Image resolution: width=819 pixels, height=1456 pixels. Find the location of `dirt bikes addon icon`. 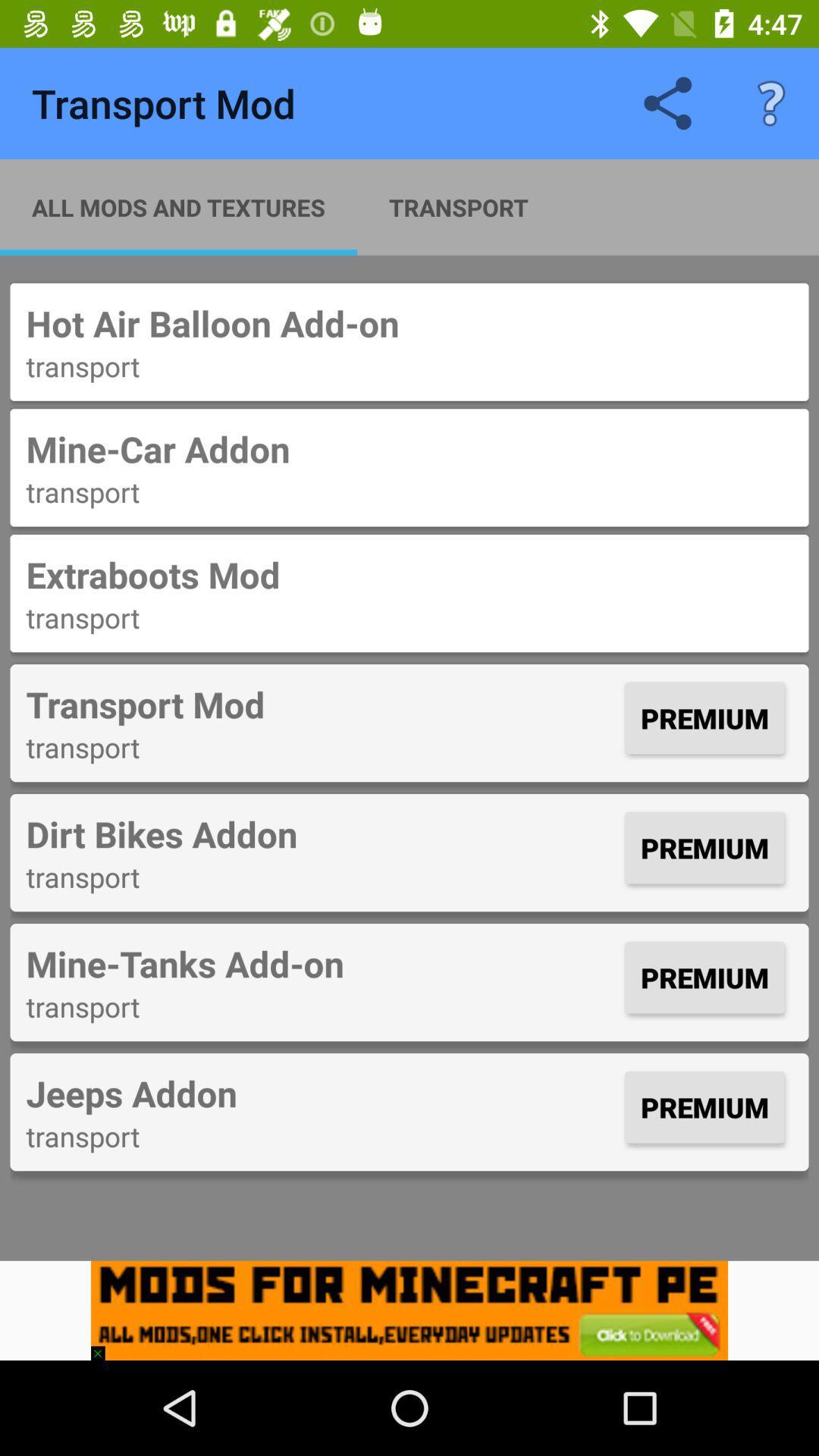

dirt bikes addon icon is located at coordinates (321, 833).